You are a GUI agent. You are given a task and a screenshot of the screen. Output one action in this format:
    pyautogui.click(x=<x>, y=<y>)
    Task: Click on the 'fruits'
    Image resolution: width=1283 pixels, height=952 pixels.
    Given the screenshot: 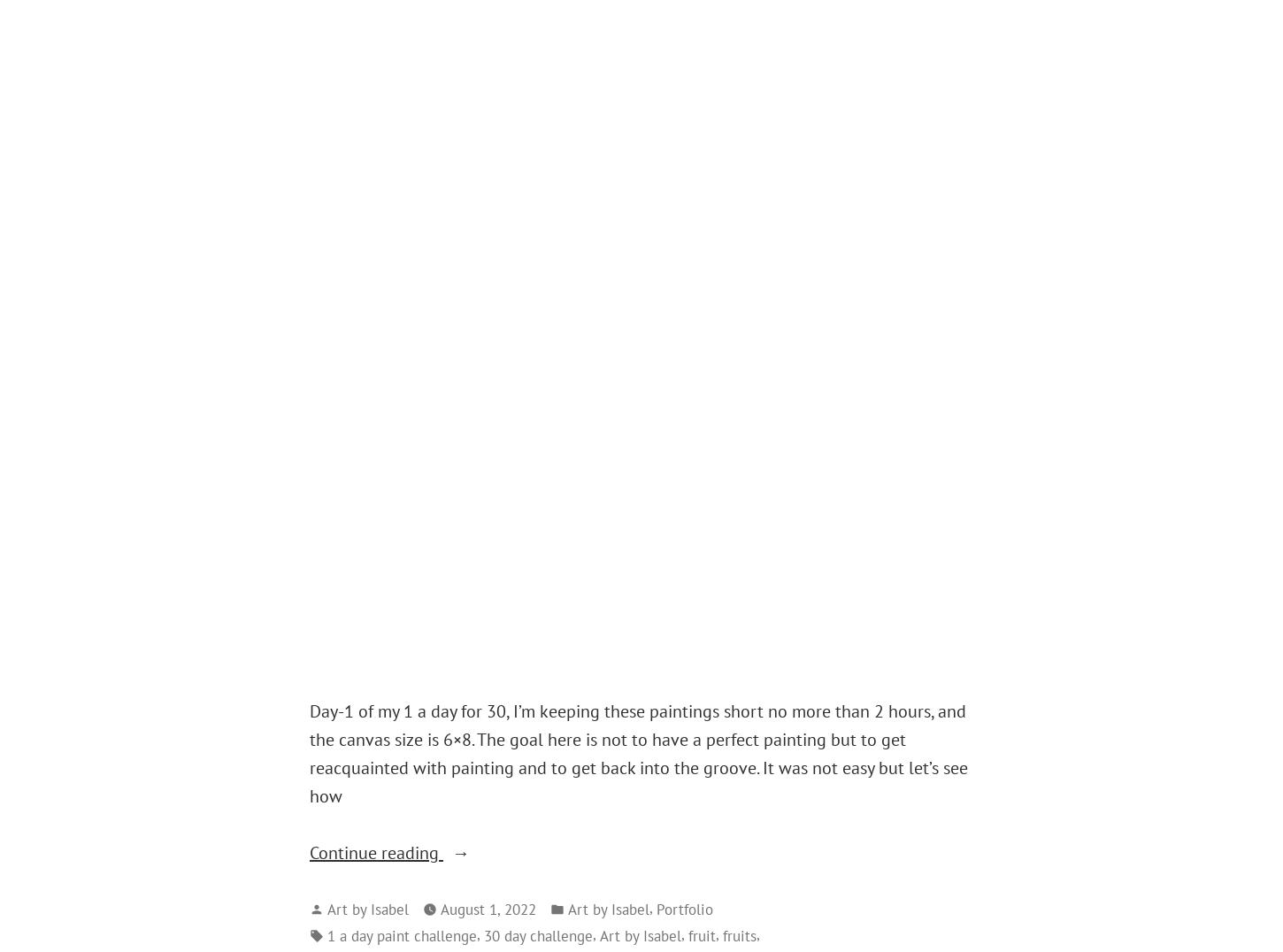 What is the action you would take?
    pyautogui.click(x=740, y=934)
    